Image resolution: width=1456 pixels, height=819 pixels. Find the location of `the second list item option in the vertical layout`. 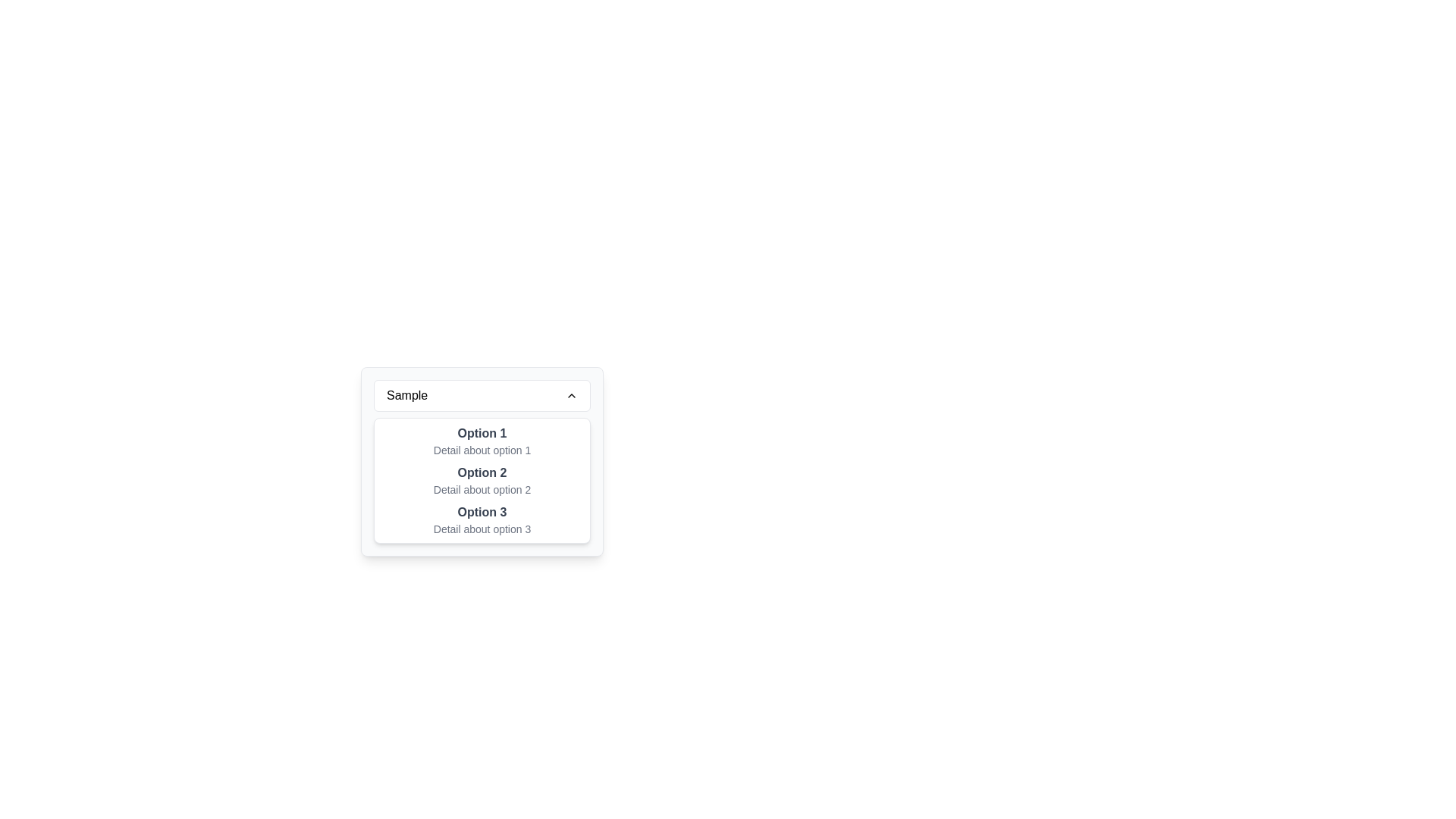

the second list item option in the vertical layout is located at coordinates (481, 480).